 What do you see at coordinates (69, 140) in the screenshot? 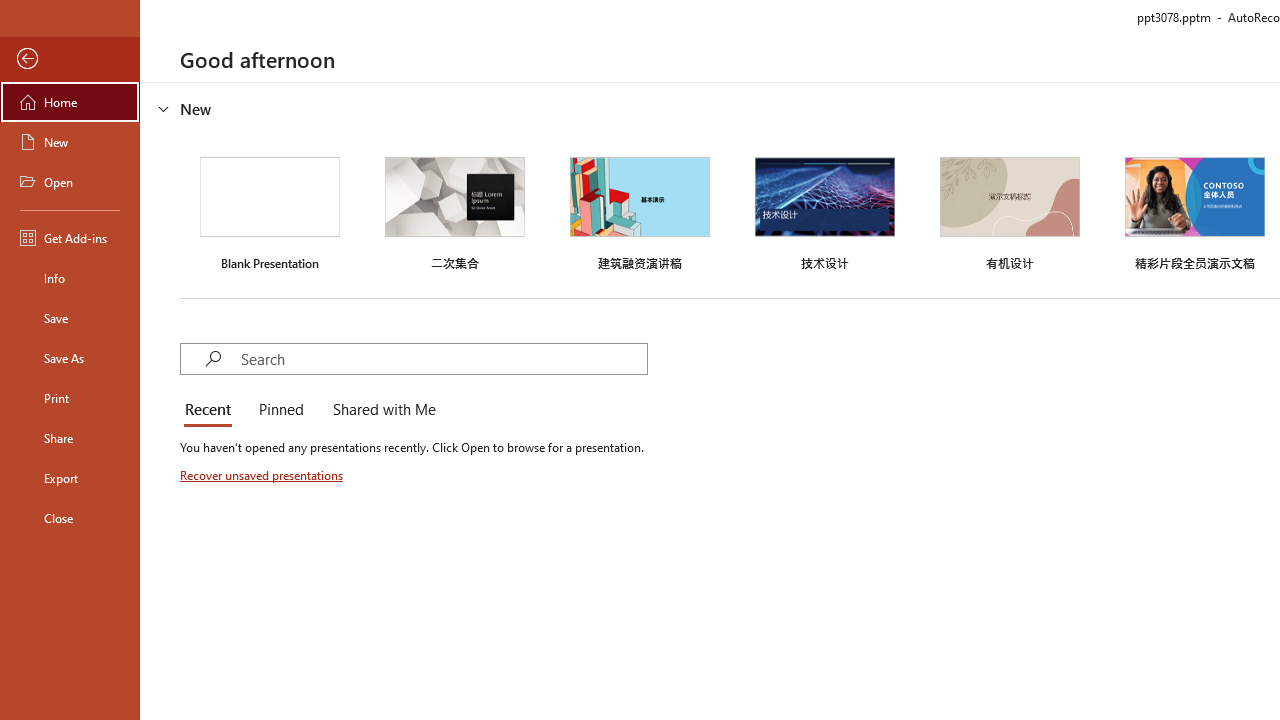
I see `'New'` at bounding box center [69, 140].